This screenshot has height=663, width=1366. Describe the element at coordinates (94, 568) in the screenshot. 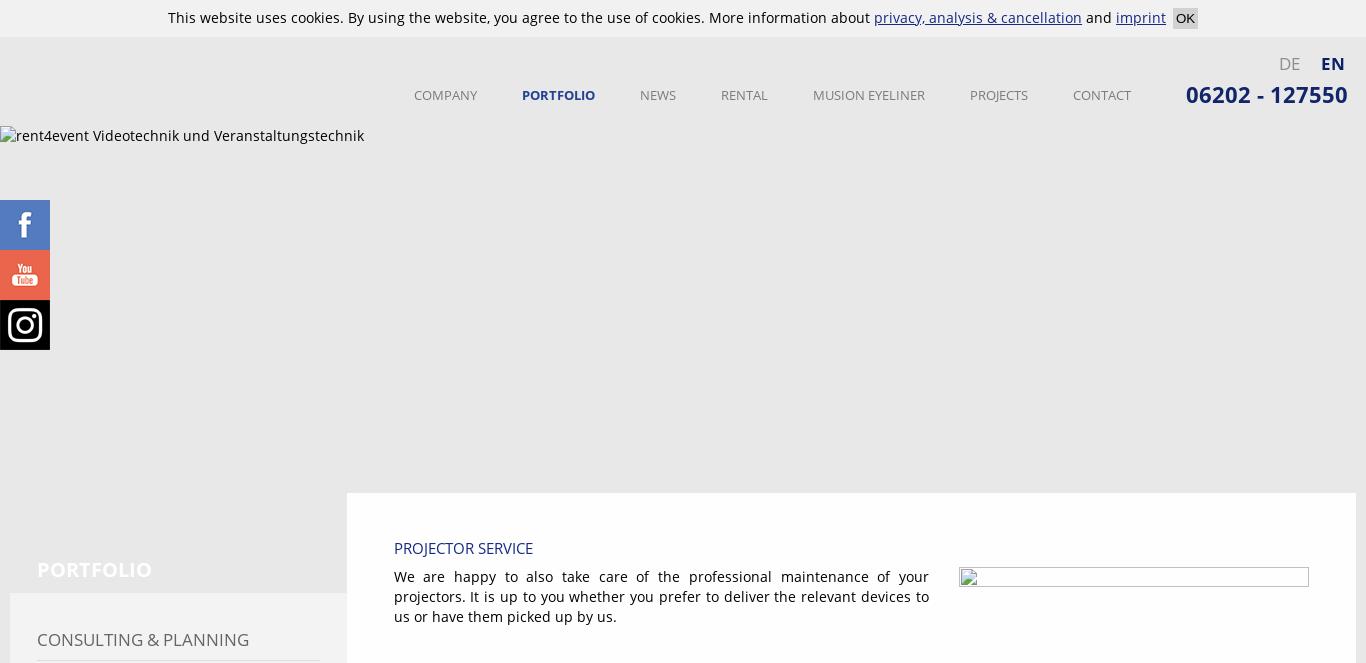

I see `'Portfolio'` at that location.